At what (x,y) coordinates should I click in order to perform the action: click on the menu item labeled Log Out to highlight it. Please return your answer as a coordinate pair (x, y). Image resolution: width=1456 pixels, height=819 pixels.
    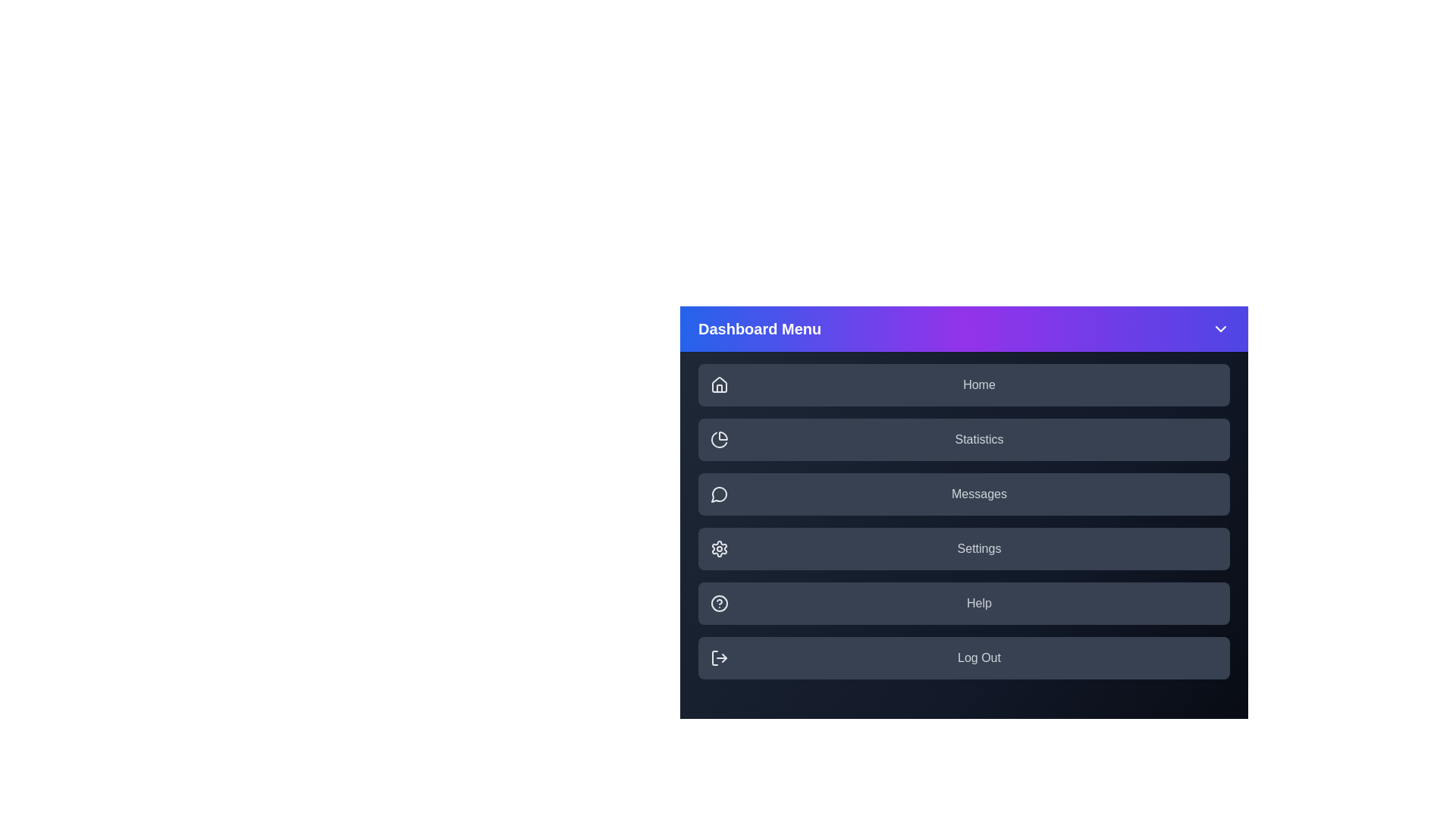
    Looking at the image, I should click on (963, 657).